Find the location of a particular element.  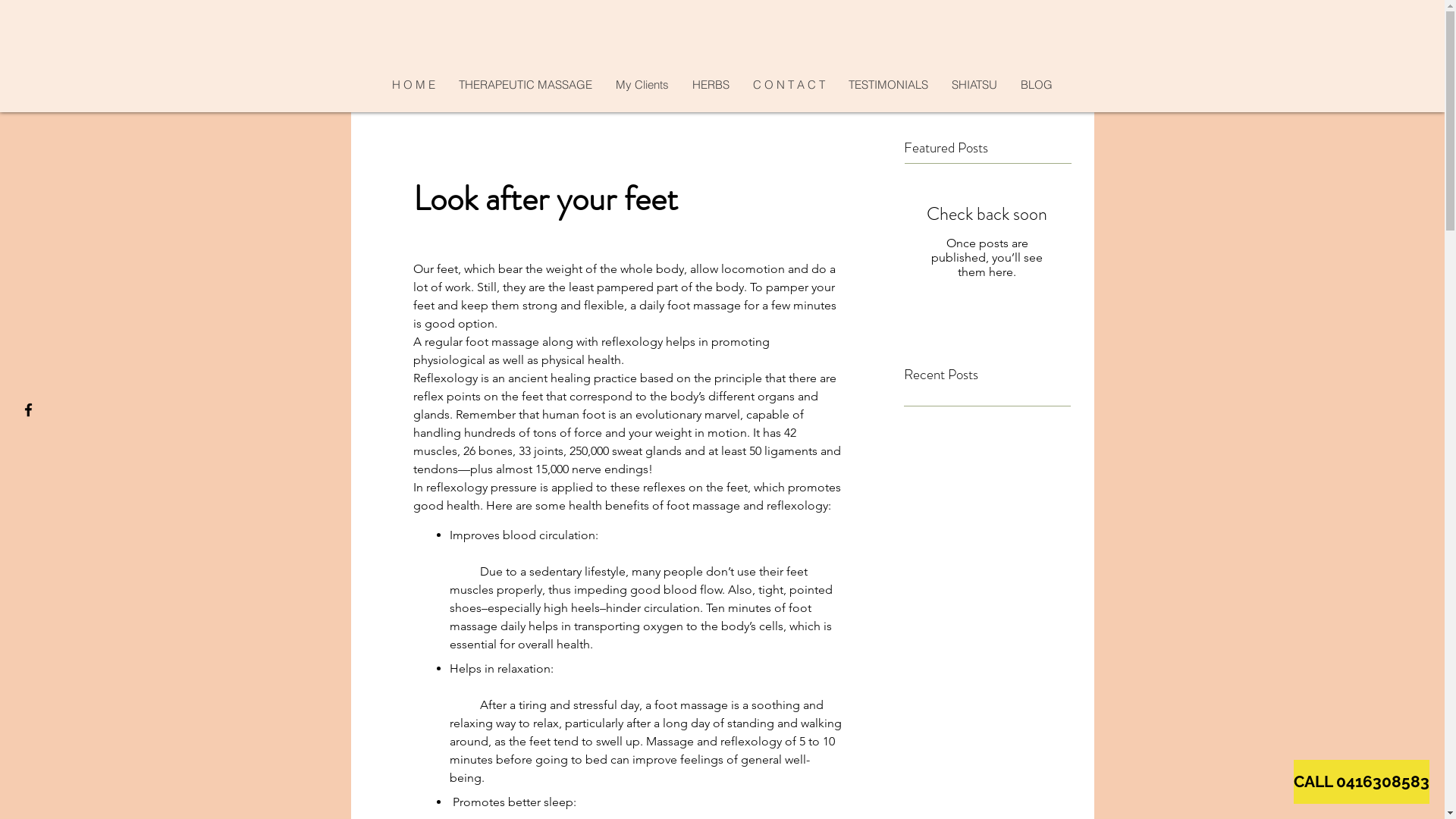

'THERAPEUTIC MASSAGE' is located at coordinates (446, 84).